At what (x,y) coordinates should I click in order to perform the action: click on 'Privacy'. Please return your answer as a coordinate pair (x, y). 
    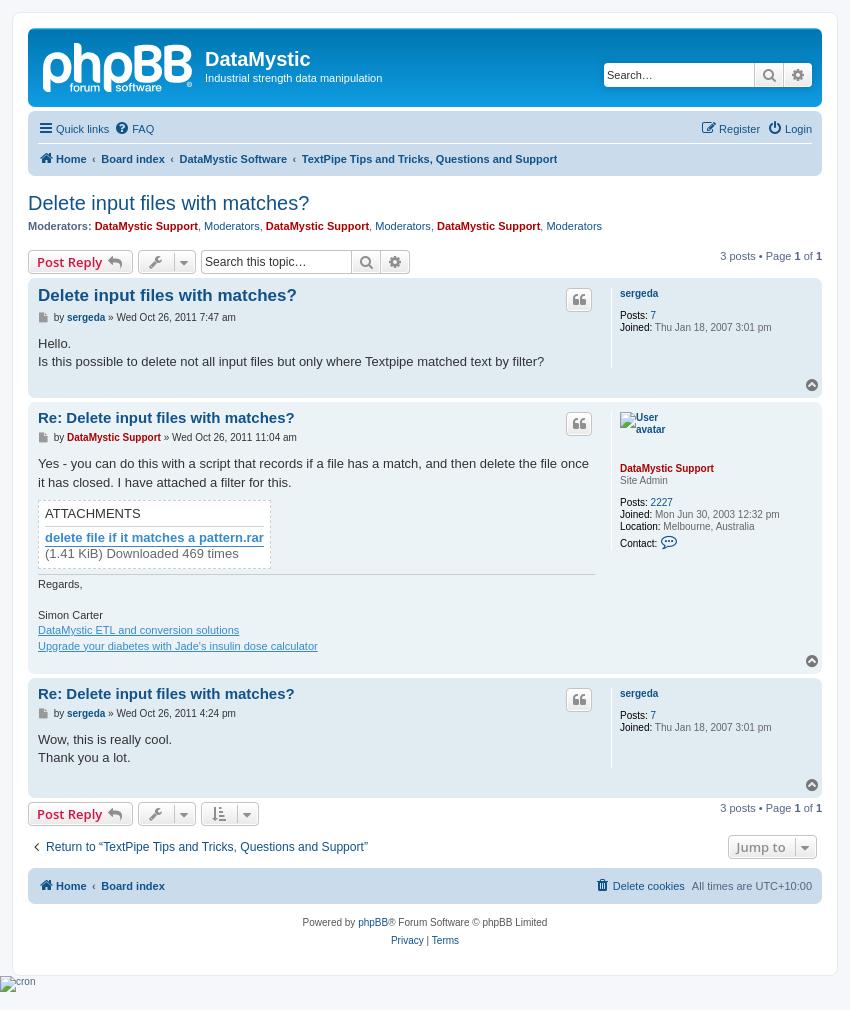
    Looking at the image, I should click on (406, 939).